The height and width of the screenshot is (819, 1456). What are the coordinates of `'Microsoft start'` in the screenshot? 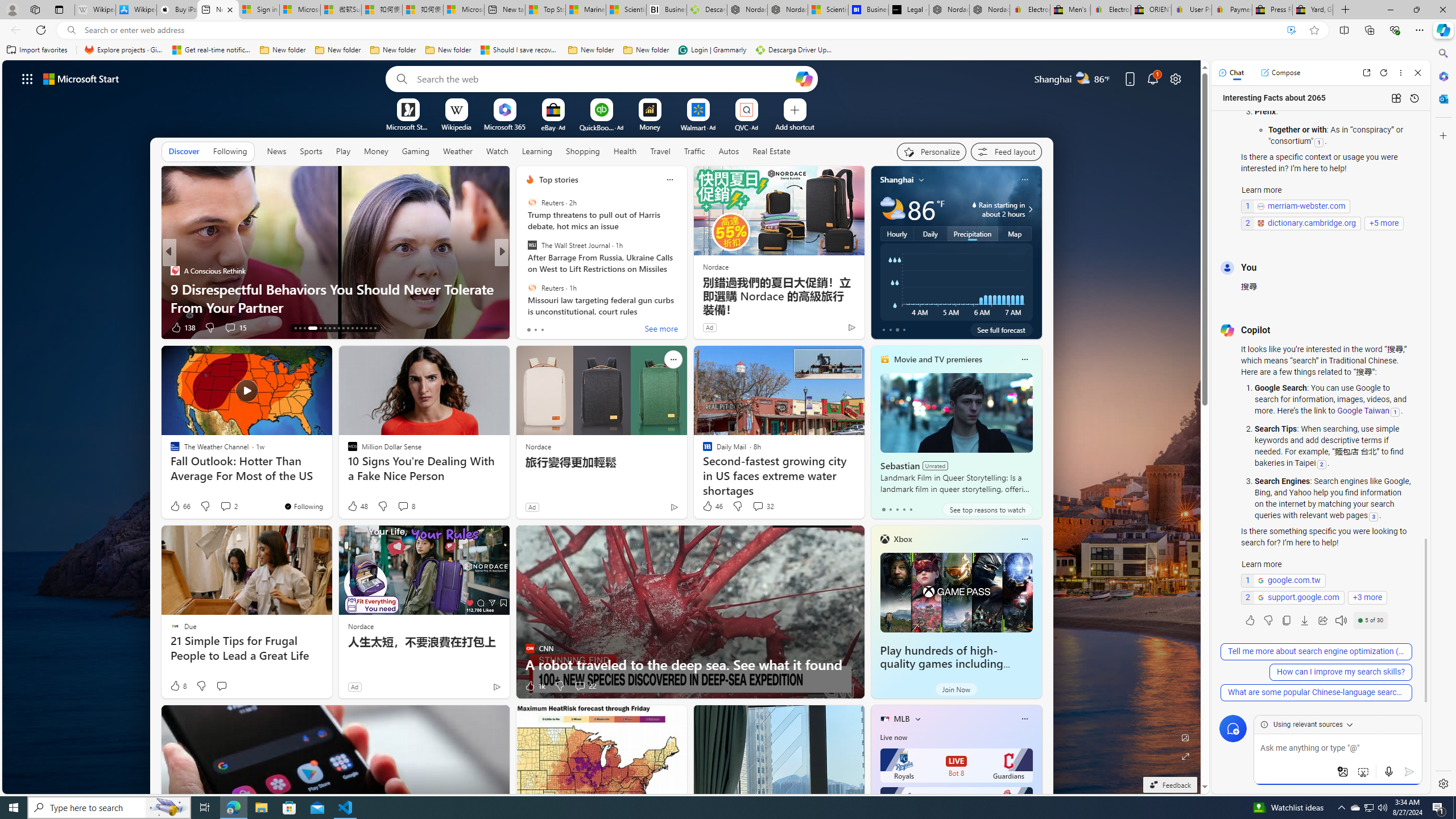 It's located at (81, 78).